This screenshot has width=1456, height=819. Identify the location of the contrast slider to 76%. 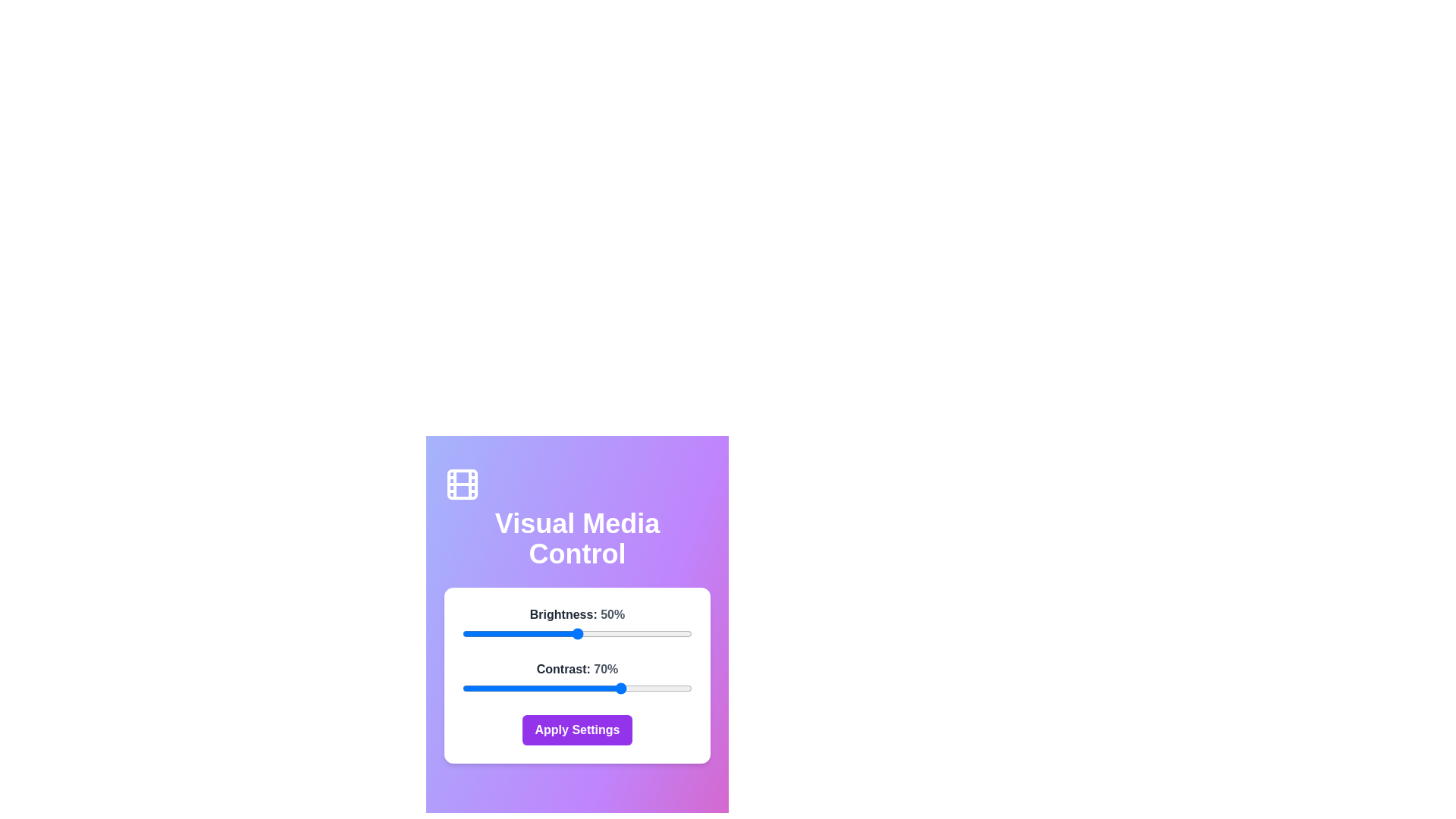
(637, 688).